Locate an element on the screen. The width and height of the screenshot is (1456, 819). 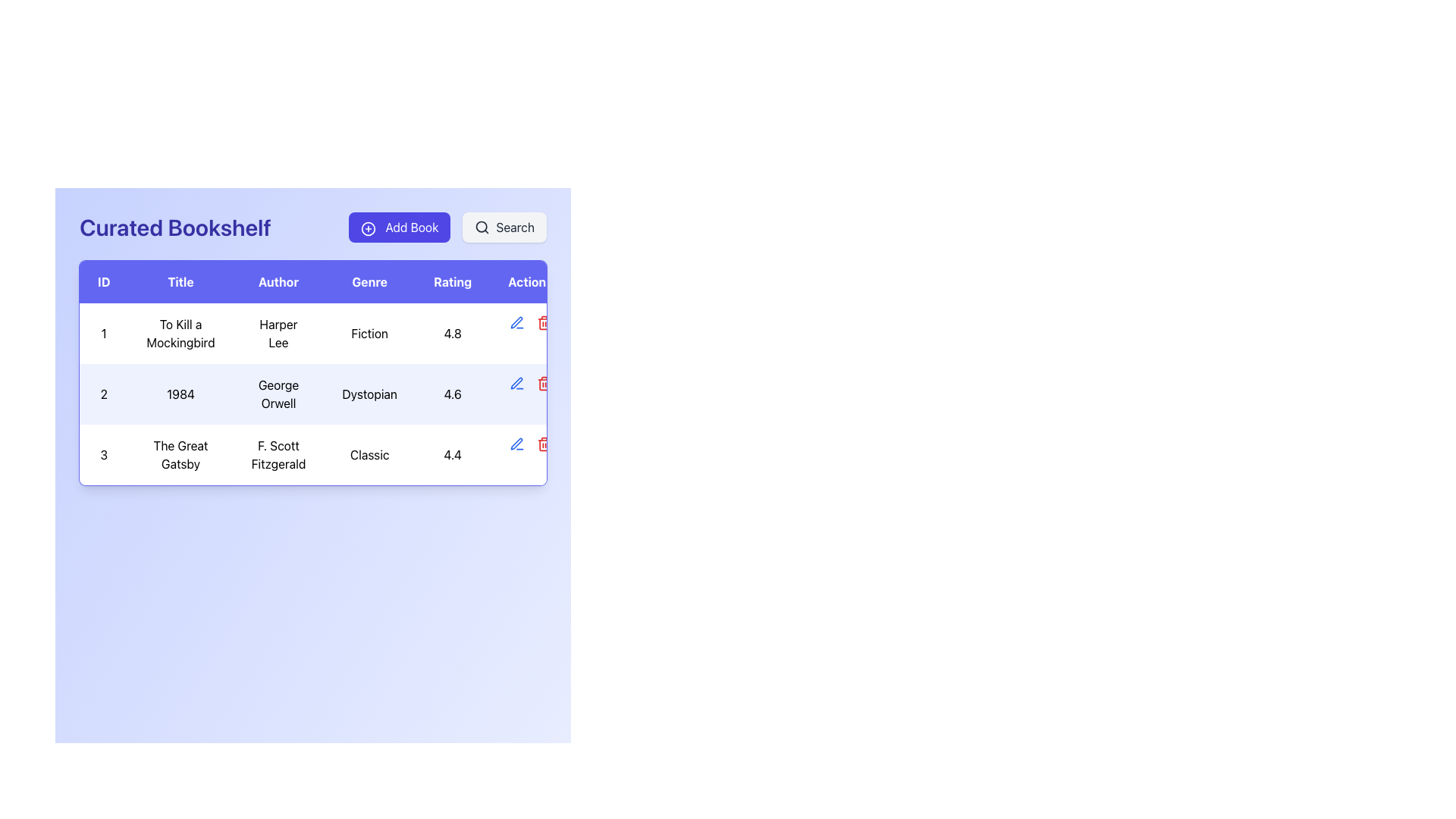
the delete icon button associated with the row for the book 'To Kill a Mockingbird' is located at coordinates (544, 322).